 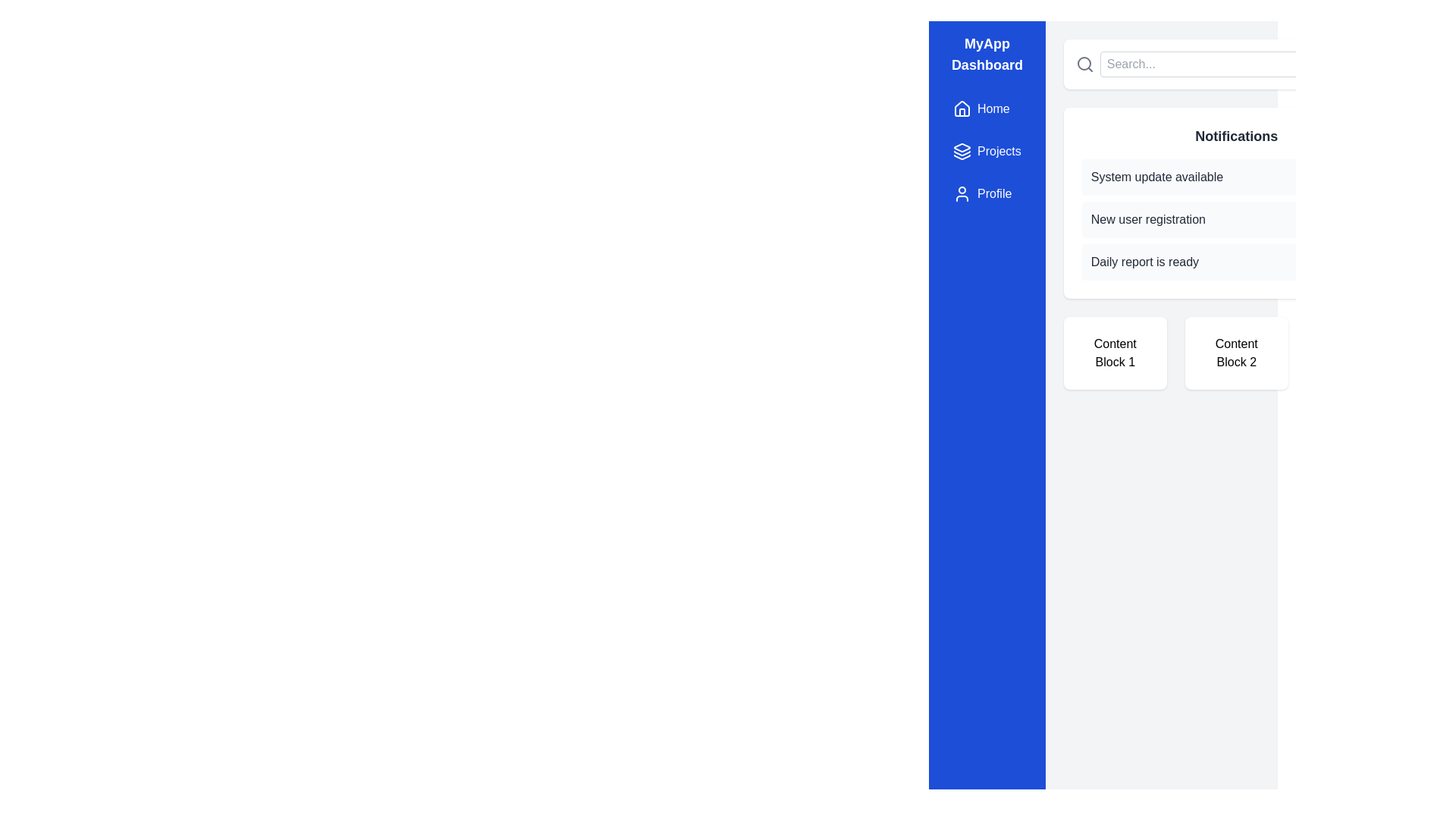 What do you see at coordinates (961, 107) in the screenshot?
I see `the 'Home' icon located at the top of the vertical navigation sidebar` at bounding box center [961, 107].